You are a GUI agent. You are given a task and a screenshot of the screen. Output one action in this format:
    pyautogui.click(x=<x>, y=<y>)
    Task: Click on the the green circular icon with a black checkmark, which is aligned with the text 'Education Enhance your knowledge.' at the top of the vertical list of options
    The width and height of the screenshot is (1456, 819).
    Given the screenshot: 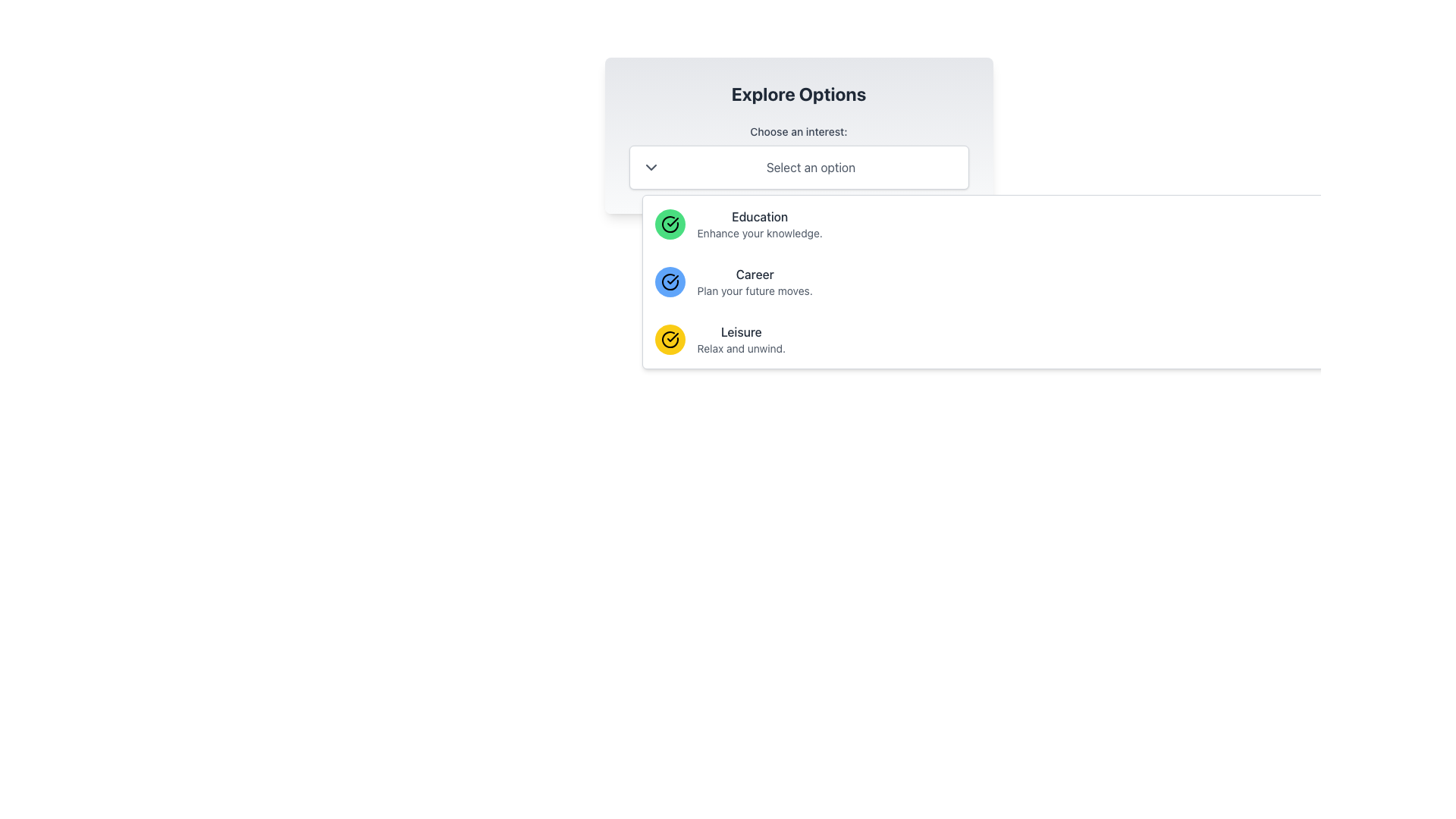 What is the action you would take?
    pyautogui.click(x=669, y=224)
    